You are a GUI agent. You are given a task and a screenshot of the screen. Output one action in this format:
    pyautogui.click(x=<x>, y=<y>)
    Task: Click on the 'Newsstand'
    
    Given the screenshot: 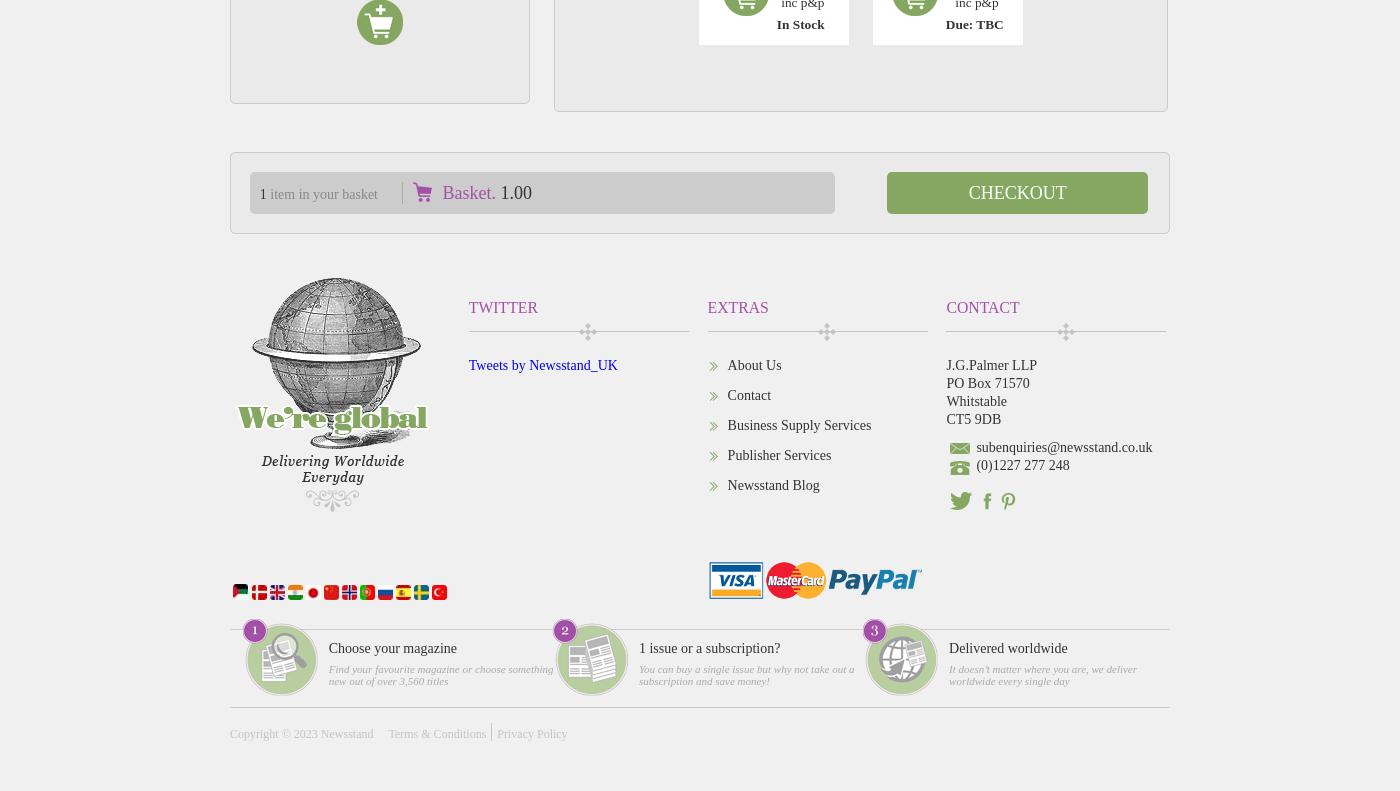 What is the action you would take?
    pyautogui.click(x=346, y=732)
    